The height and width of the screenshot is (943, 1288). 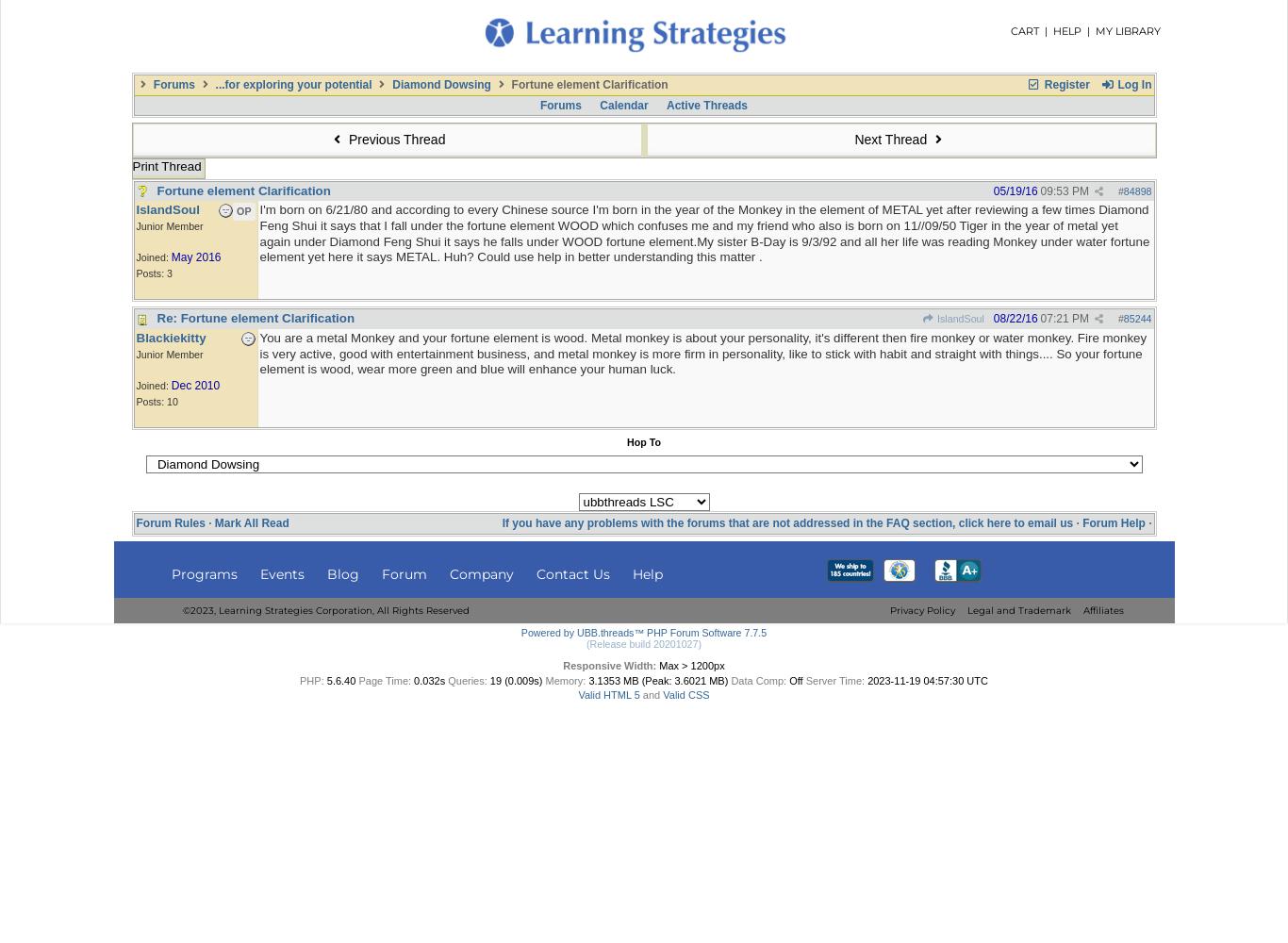 What do you see at coordinates (243, 210) in the screenshot?
I see `'OP'` at bounding box center [243, 210].